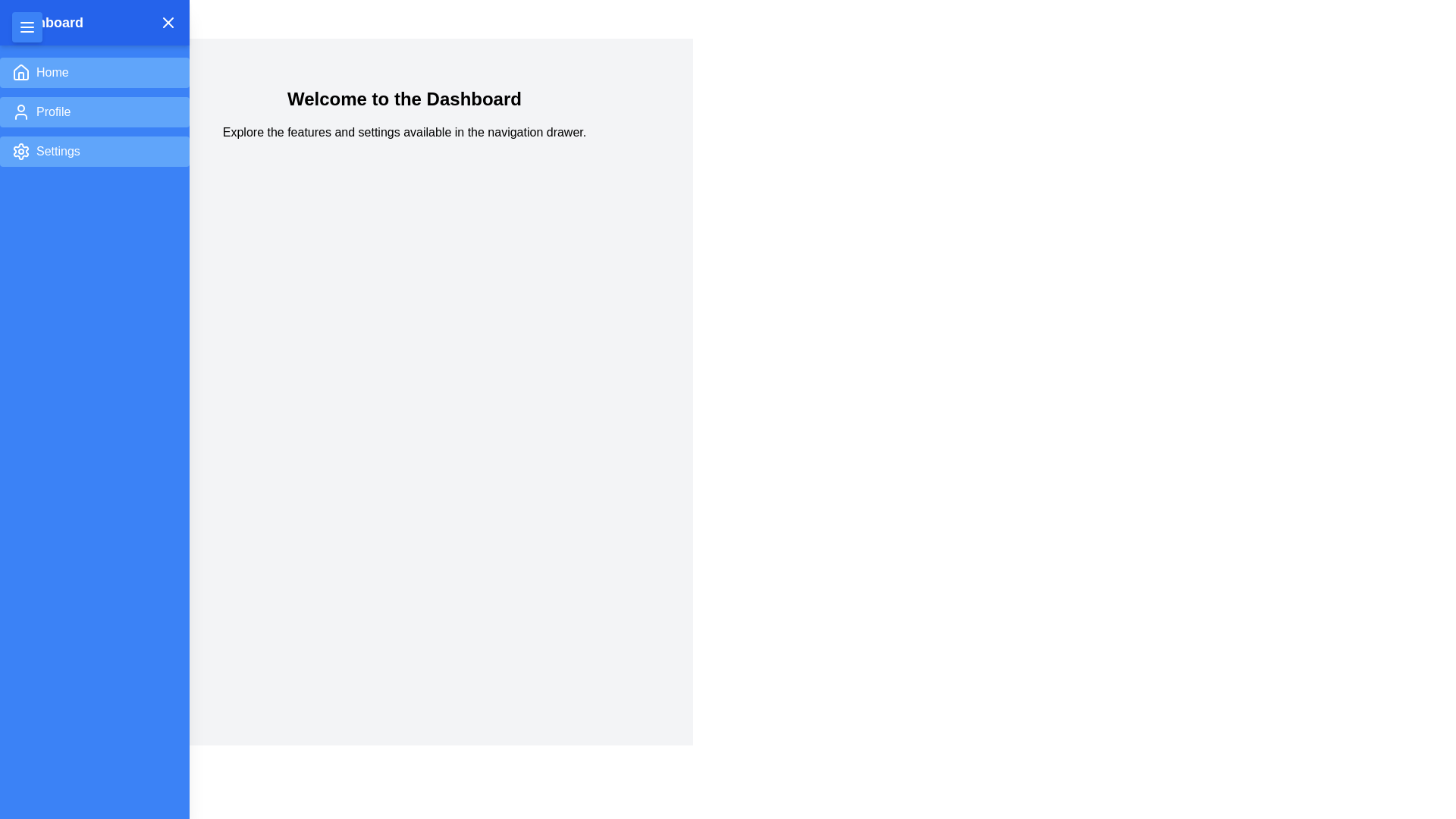  Describe the element at coordinates (404, 131) in the screenshot. I see `the static text element that reads 'Explore the features and settings available in the navigation drawer.', which is positioned below the welcome message on the dashboard` at that location.